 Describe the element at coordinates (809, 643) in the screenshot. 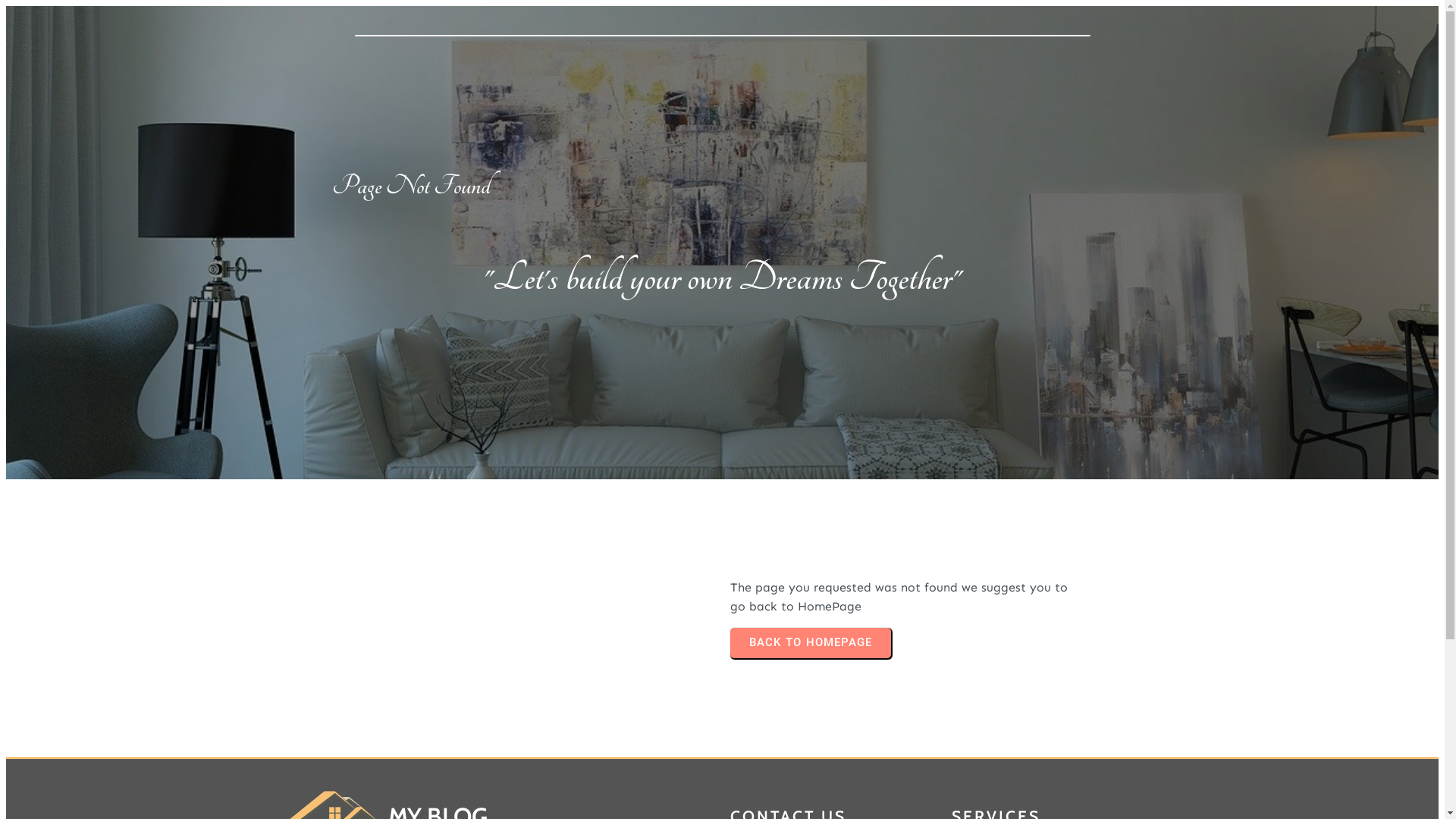

I see `'BACK TO HOMEPAGE'` at that location.